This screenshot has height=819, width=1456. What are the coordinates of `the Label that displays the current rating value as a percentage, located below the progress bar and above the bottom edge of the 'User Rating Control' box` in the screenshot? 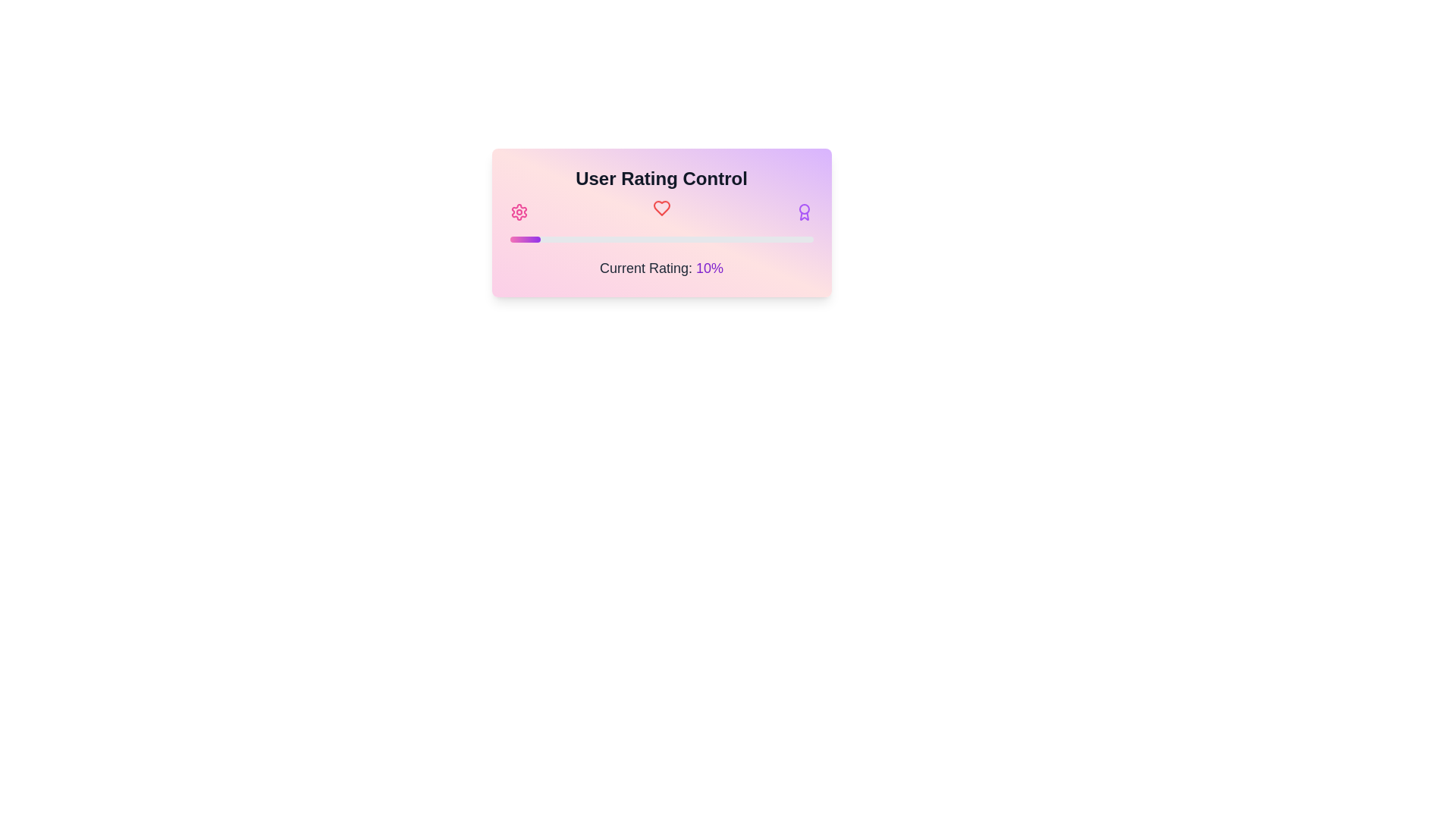 It's located at (661, 268).